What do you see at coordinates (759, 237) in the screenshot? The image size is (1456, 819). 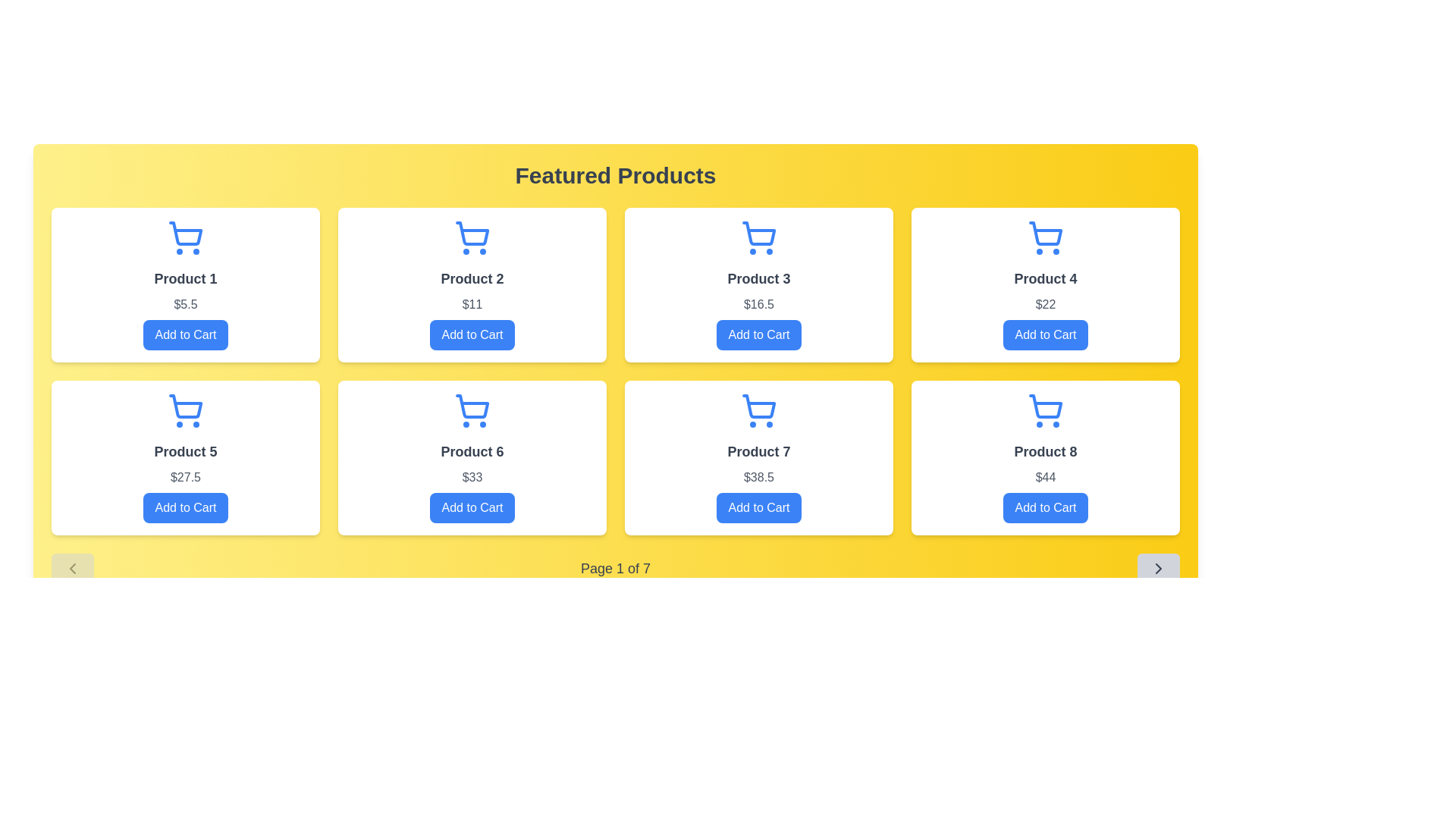 I see `the shopping cart icon with a blue color scheme located at the top-center of the product card for 'Product 3', which is above the title and price` at bounding box center [759, 237].